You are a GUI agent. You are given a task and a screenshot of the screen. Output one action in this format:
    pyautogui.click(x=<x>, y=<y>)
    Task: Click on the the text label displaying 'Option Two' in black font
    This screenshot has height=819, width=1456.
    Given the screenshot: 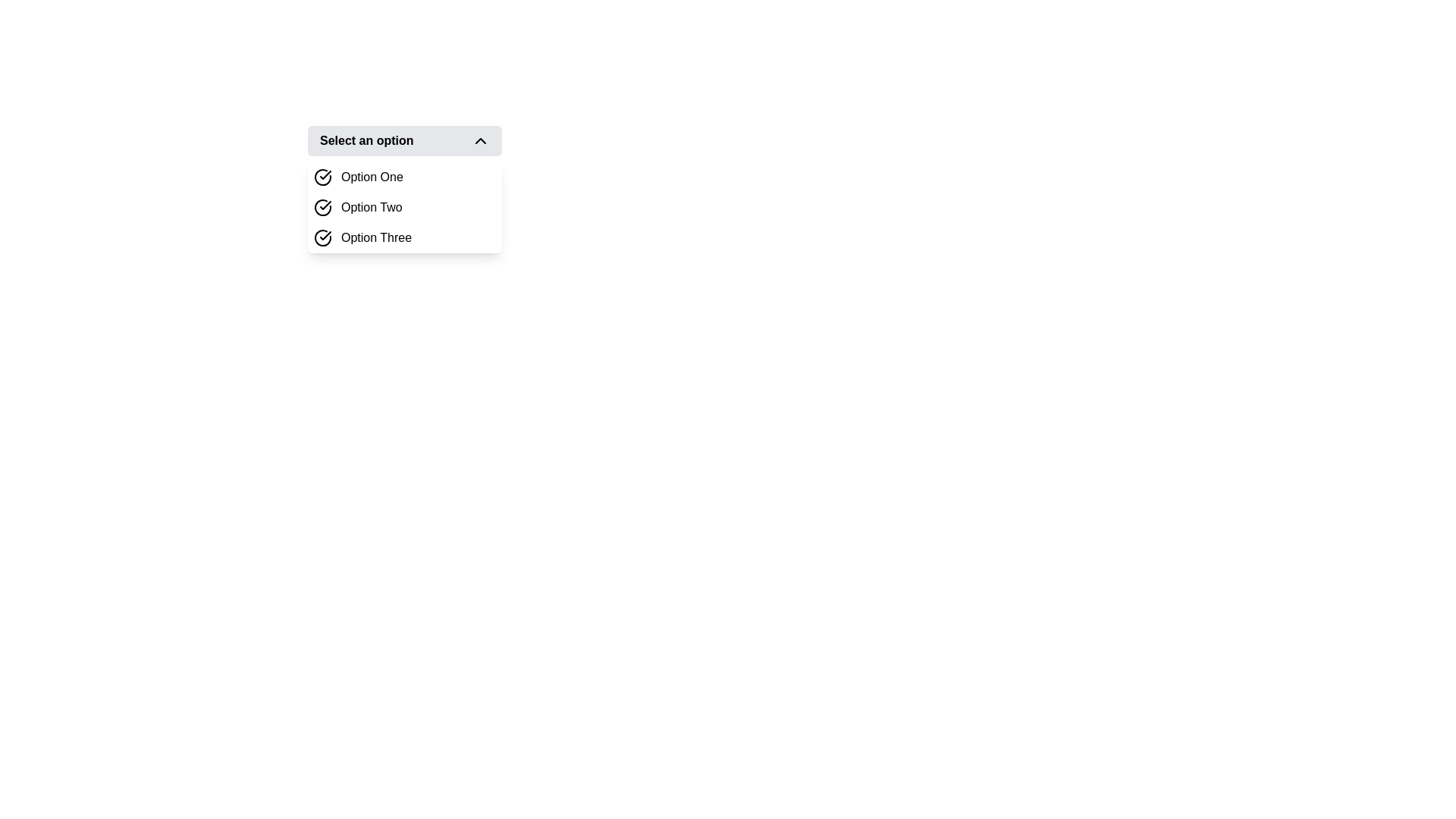 What is the action you would take?
    pyautogui.click(x=371, y=207)
    